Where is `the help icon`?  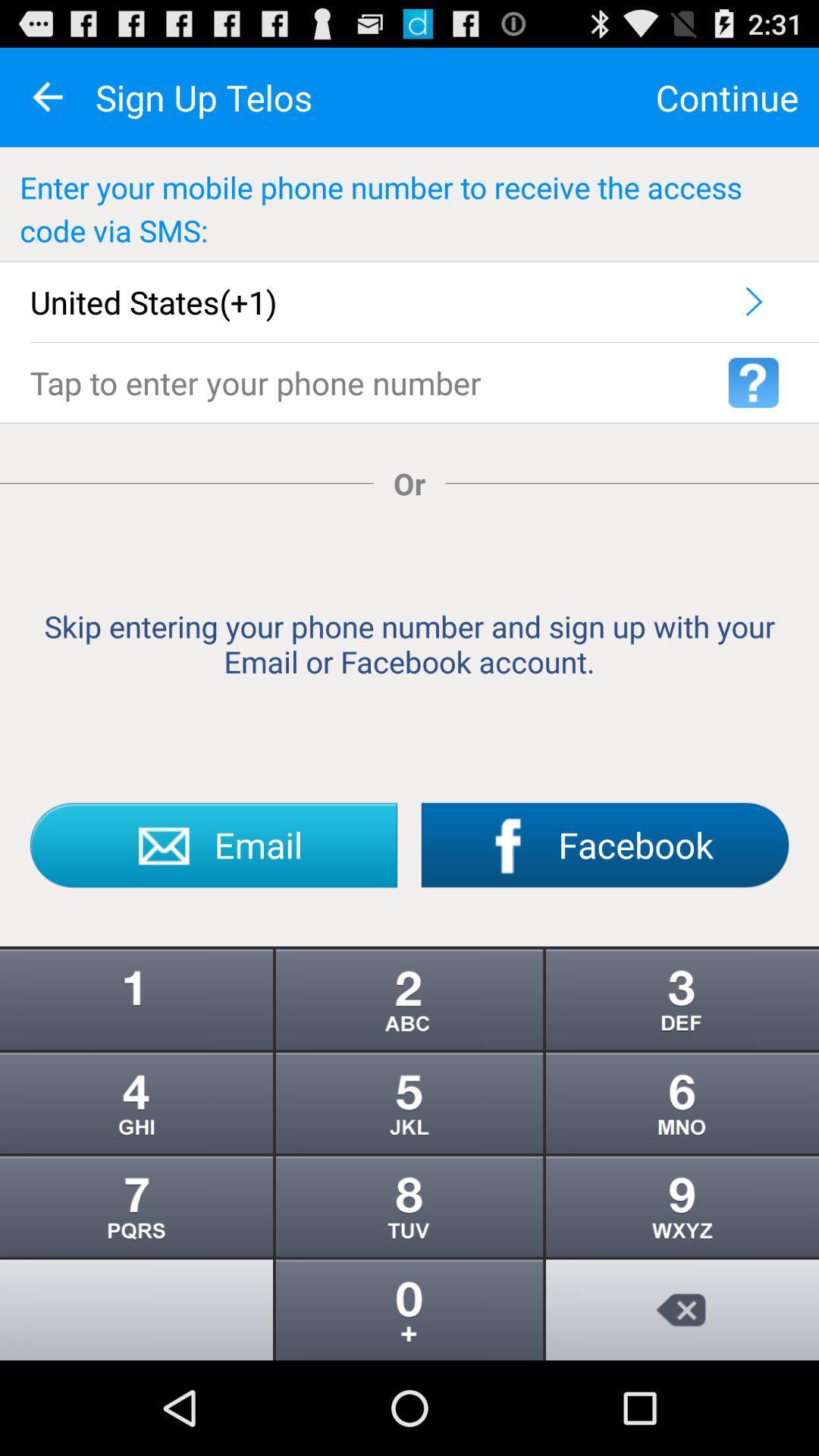 the help icon is located at coordinates (753, 409).